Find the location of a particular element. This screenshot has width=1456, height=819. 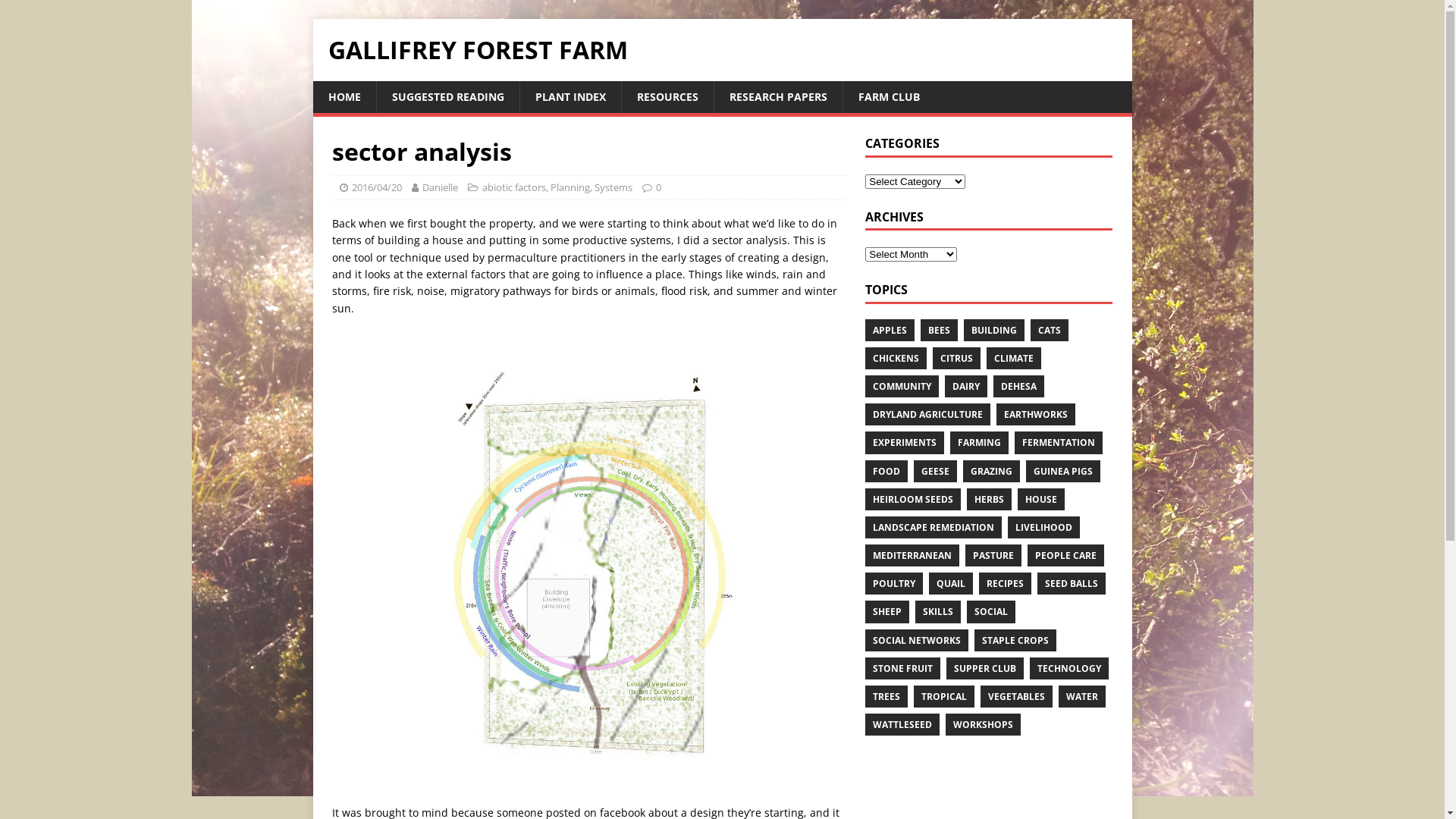

'HERBS' is located at coordinates (989, 499).